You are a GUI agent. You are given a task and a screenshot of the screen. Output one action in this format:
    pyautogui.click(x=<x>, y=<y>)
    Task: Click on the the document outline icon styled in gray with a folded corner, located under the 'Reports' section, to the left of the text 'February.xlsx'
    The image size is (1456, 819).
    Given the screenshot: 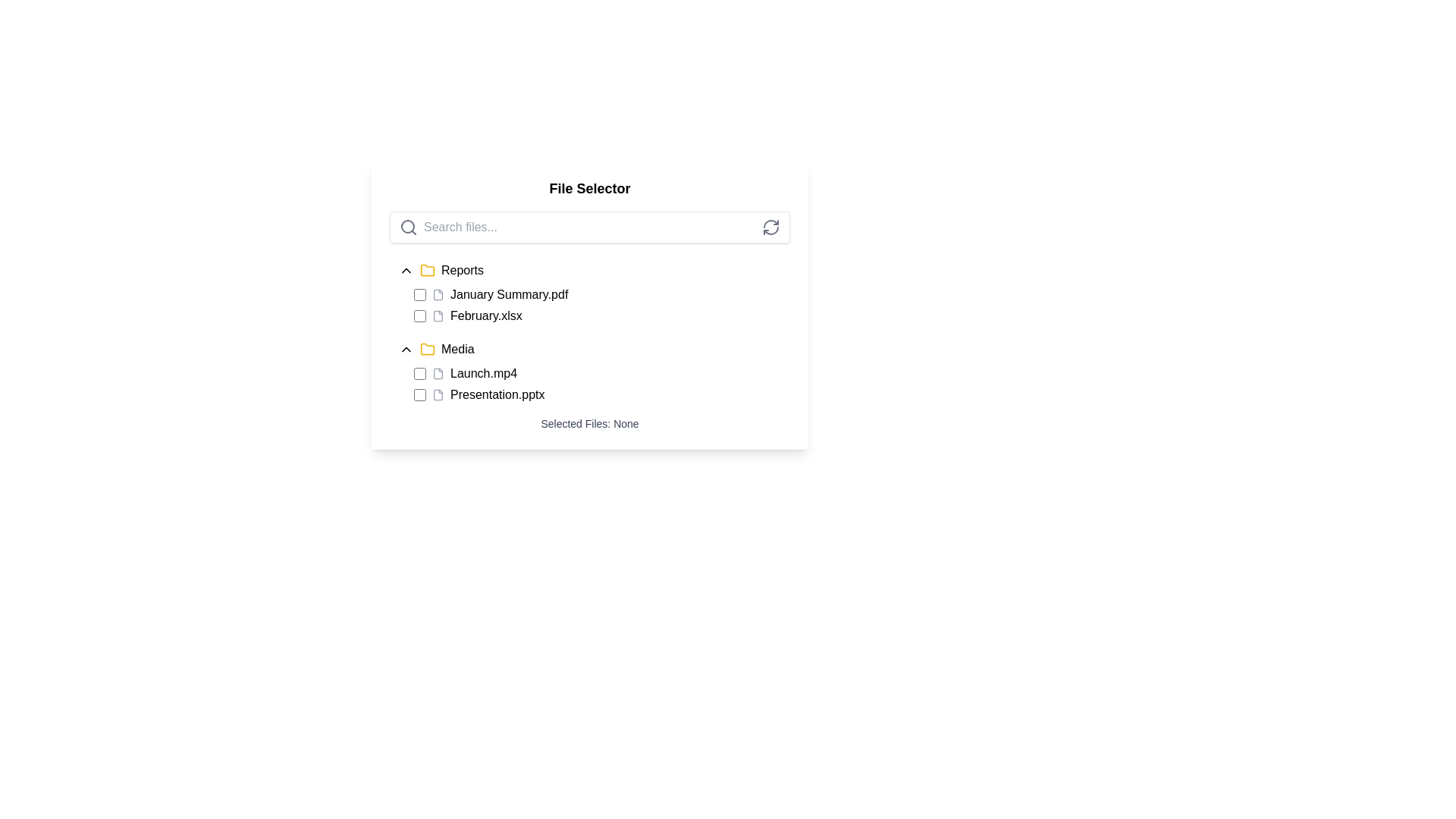 What is the action you would take?
    pyautogui.click(x=437, y=315)
    